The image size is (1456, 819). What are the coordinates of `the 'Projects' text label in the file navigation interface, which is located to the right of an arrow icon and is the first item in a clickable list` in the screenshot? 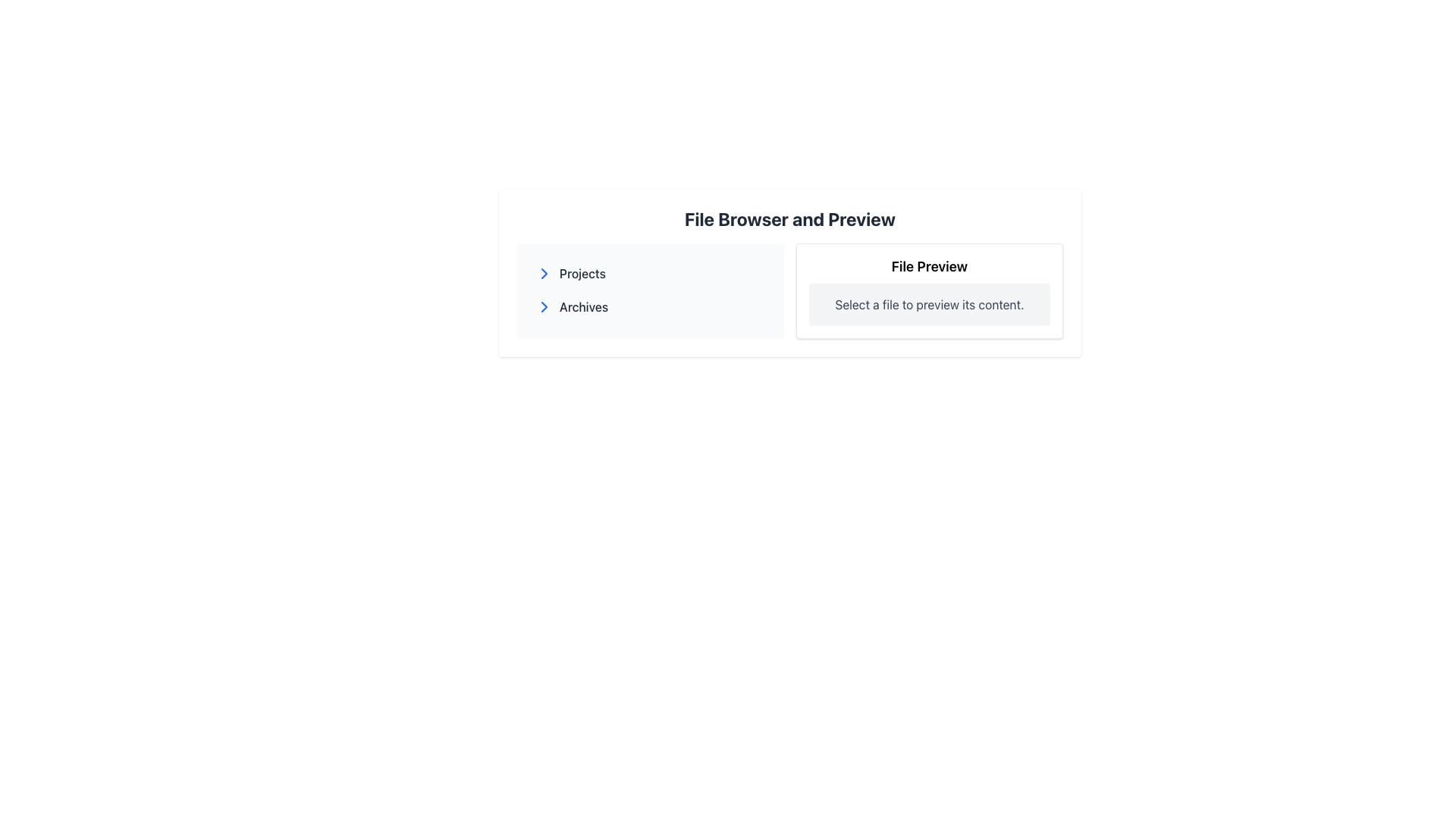 It's located at (582, 274).